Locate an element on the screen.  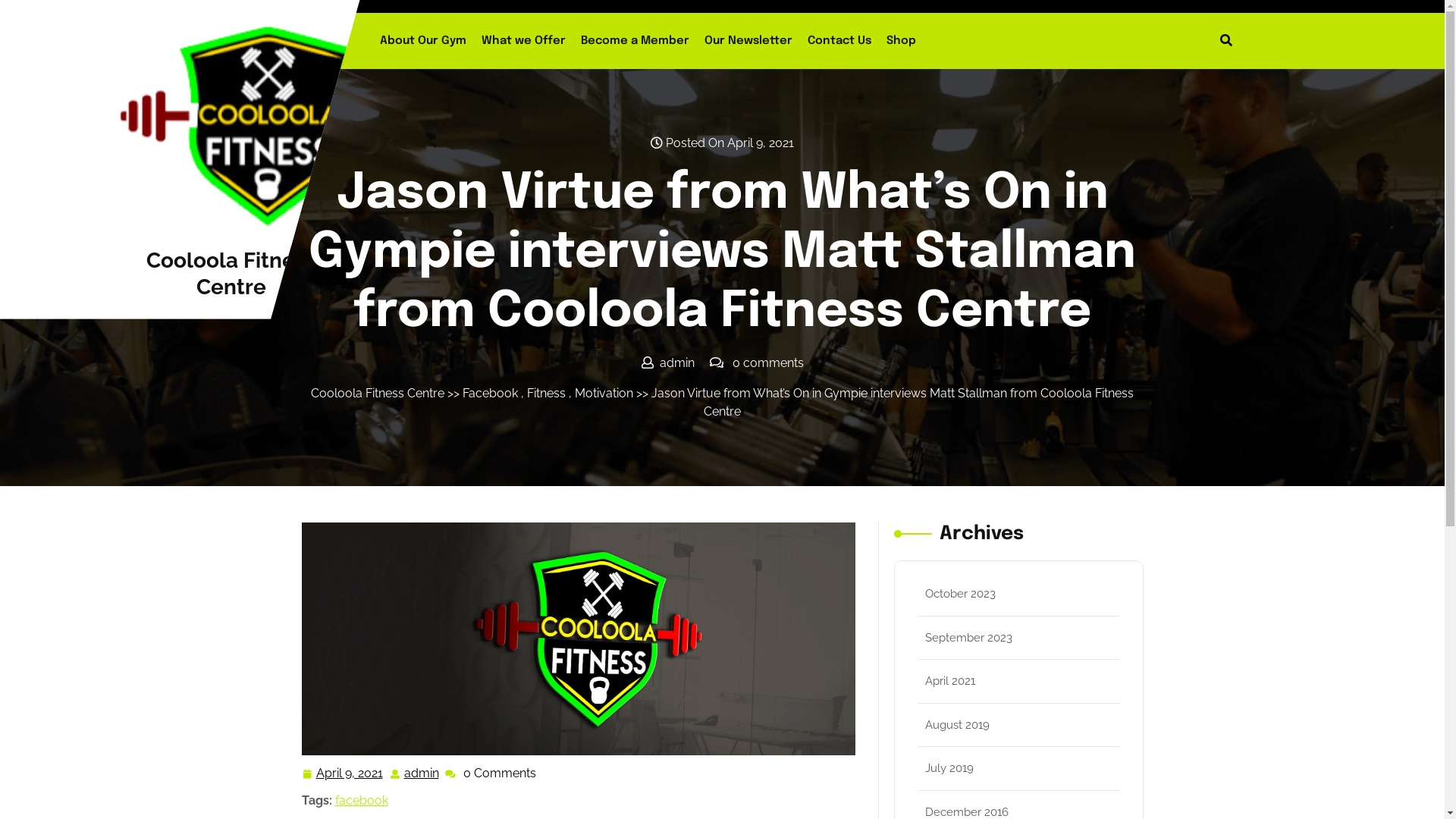
'Become a Member' is located at coordinates (635, 39).